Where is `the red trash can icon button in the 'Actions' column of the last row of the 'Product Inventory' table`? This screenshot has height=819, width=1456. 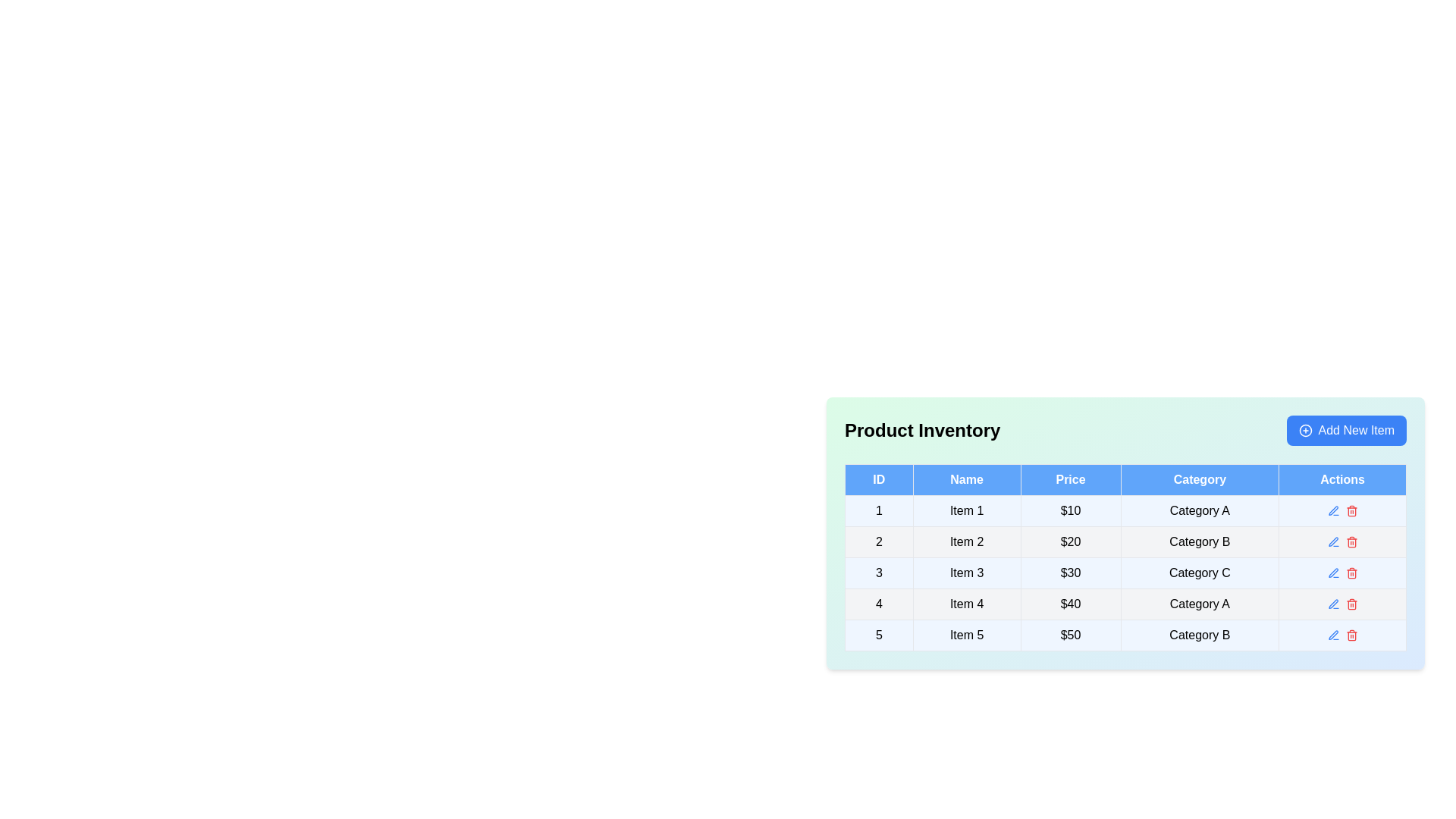
the red trash can icon button in the 'Actions' column of the last row of the 'Product Inventory' table is located at coordinates (1351, 635).